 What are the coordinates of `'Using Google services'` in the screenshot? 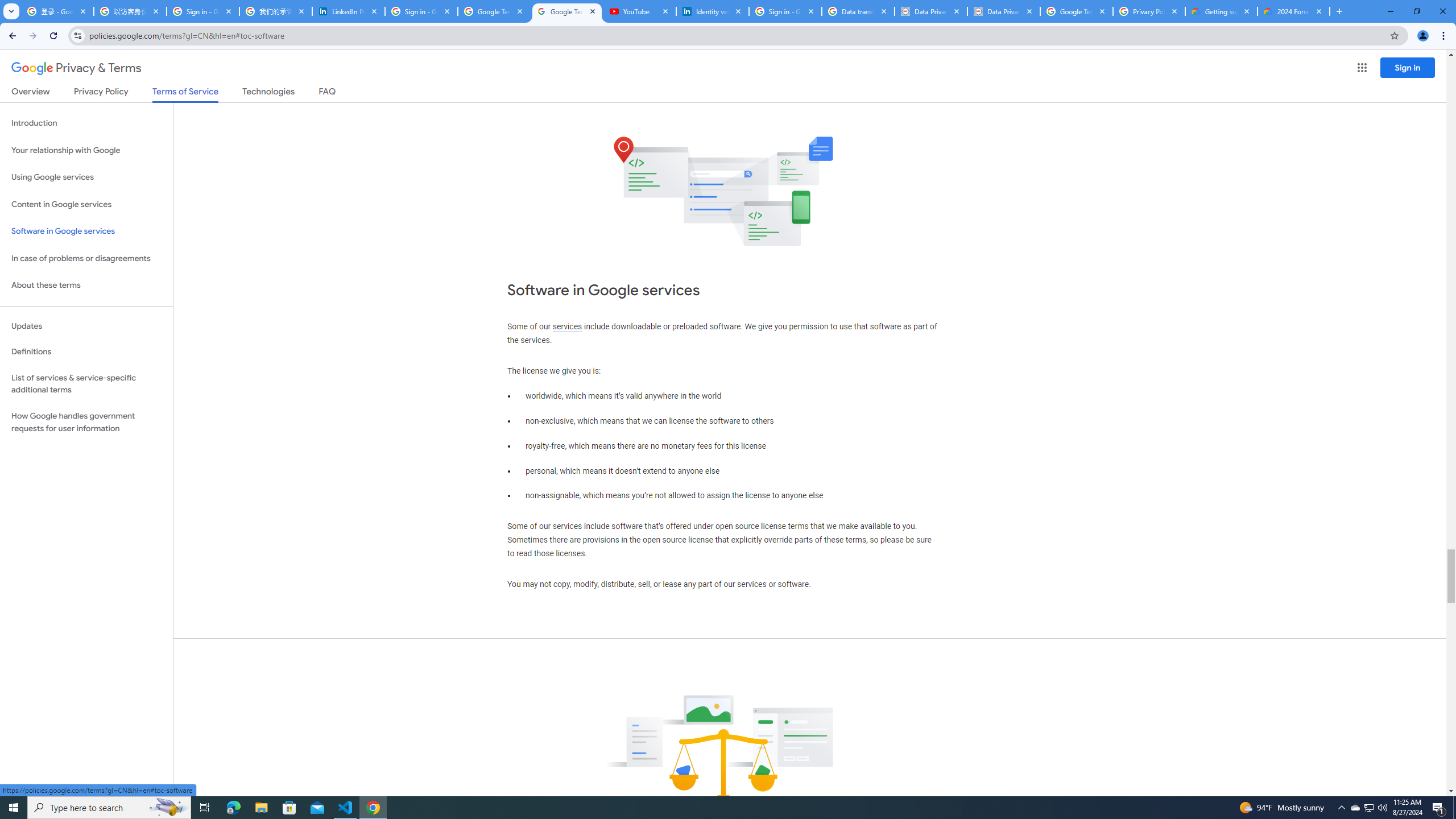 It's located at (86, 176).